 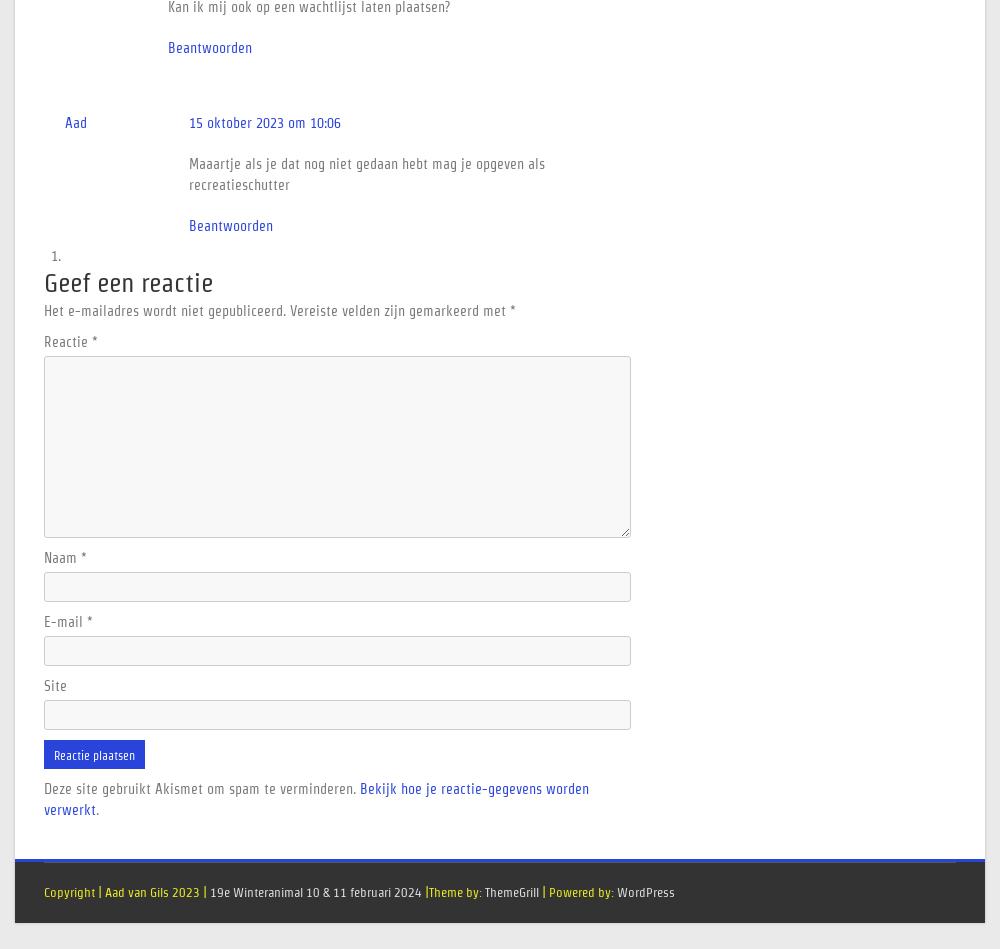 What do you see at coordinates (44, 891) in the screenshot?
I see `'Copyright | Aad van Gils 2023 |'` at bounding box center [44, 891].